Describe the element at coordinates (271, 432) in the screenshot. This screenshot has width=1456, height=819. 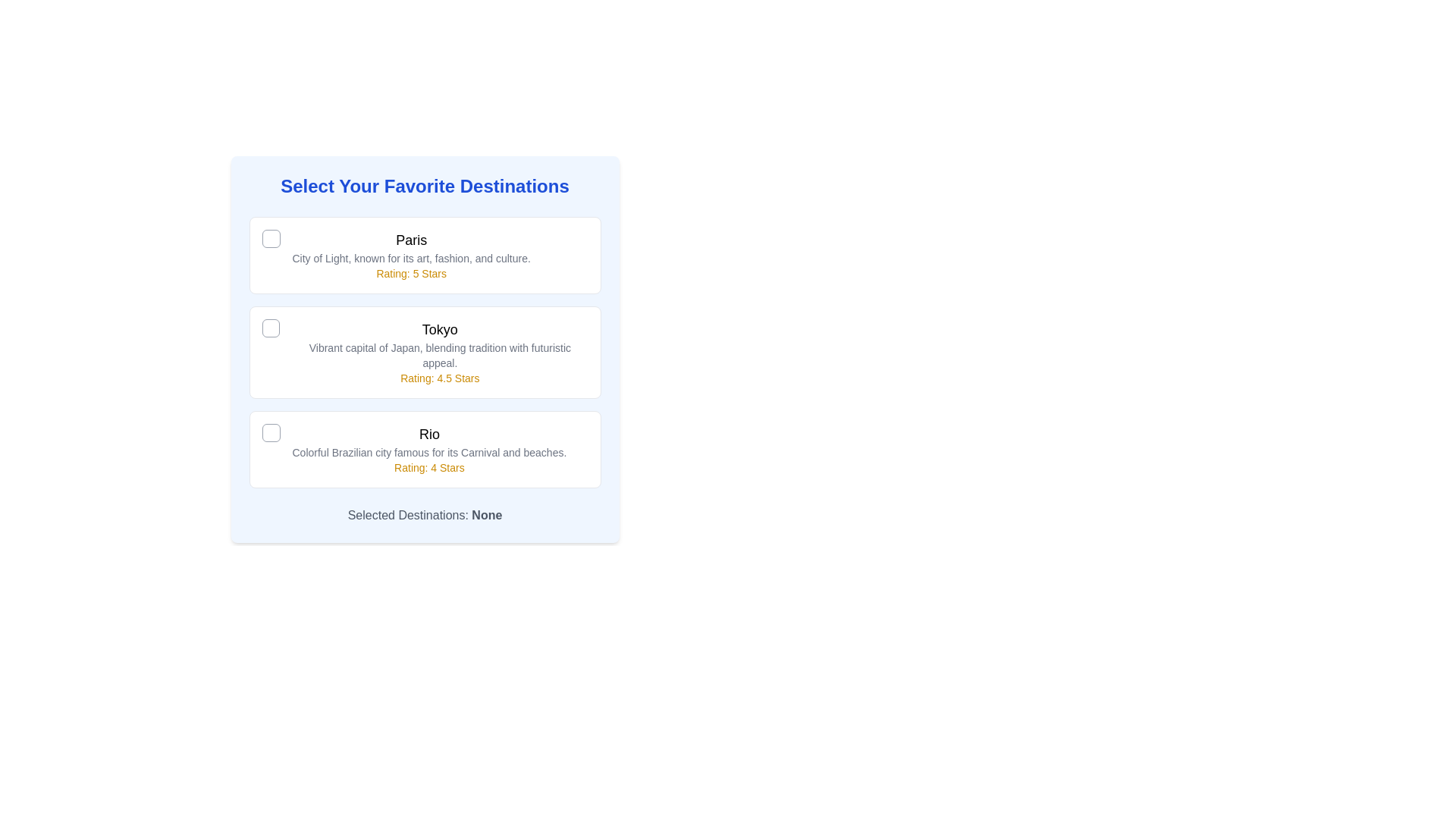
I see `the checkbox-like UI component` at that location.